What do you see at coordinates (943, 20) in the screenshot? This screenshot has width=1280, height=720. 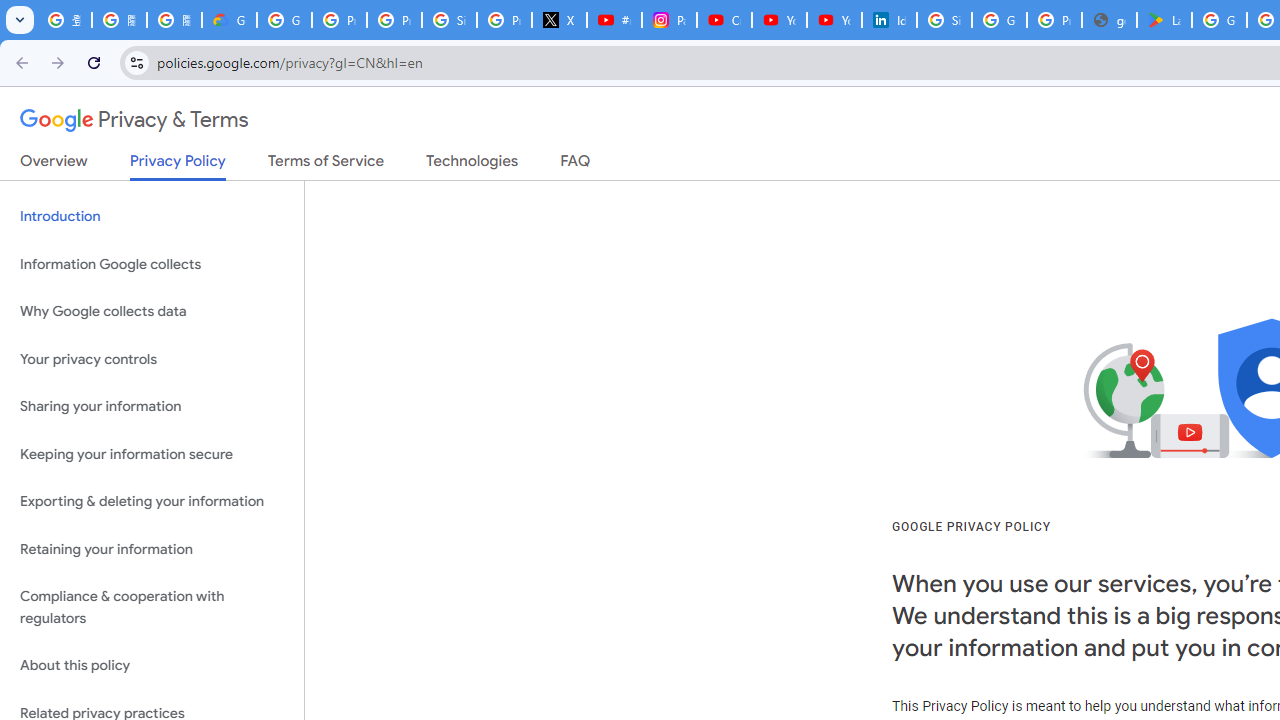 I see `'Sign in - Google Accounts'` at bounding box center [943, 20].